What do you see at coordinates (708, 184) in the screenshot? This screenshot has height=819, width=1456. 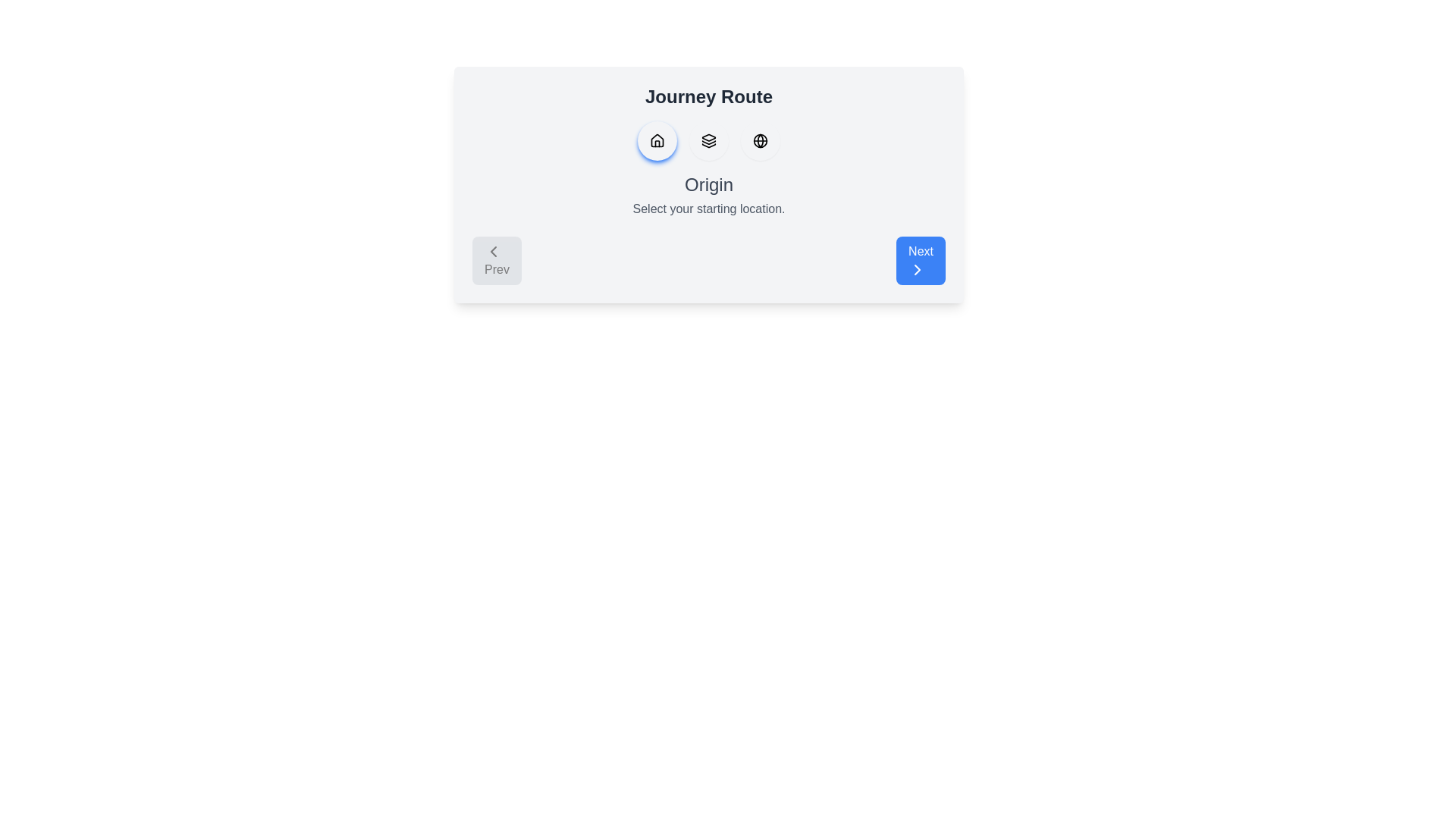 I see `the label indicating the start of the journey, located centrally near the top of the 'Journey Route' section, just below the icon buttons` at bounding box center [708, 184].